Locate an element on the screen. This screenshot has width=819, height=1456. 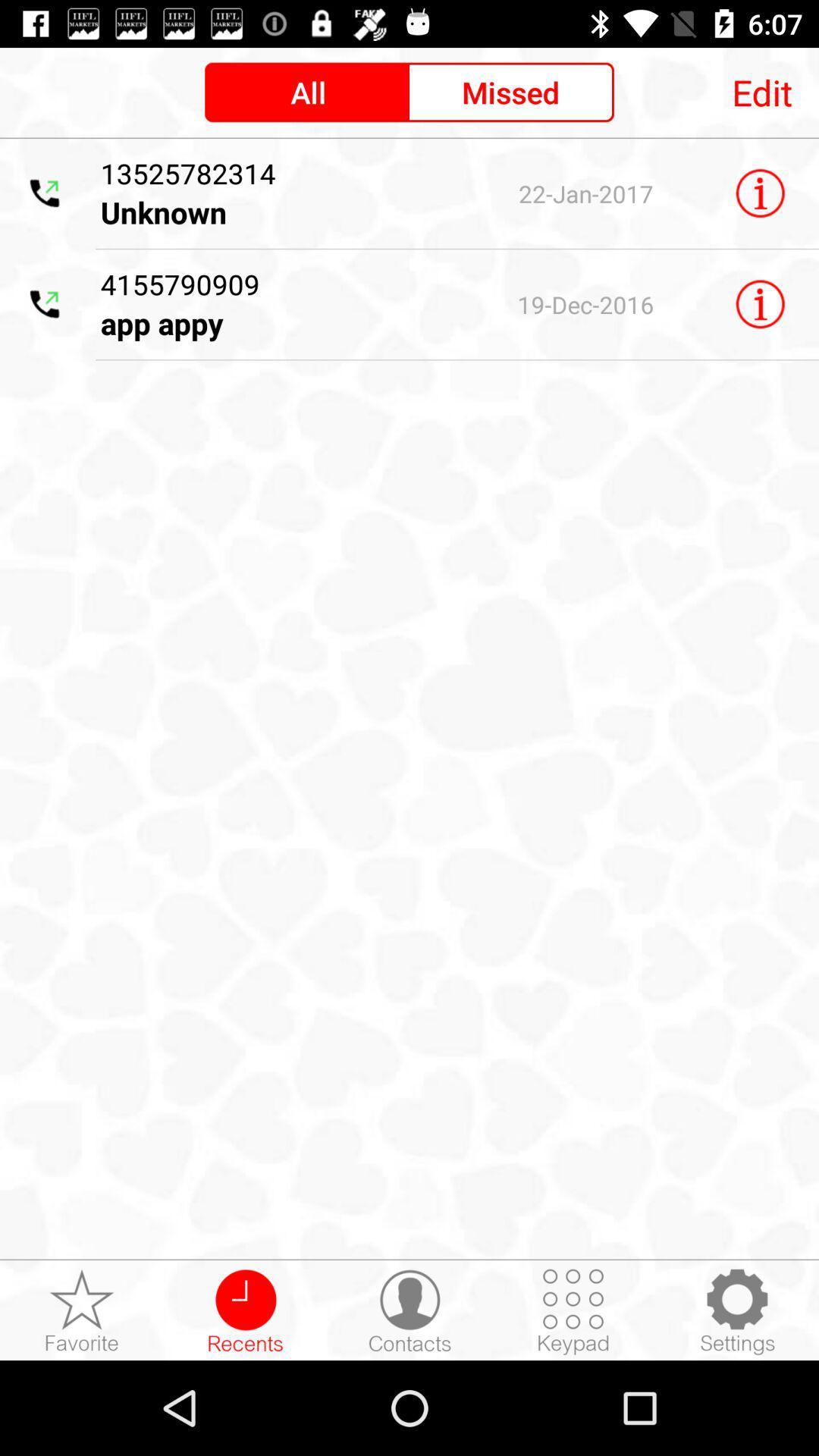
the star icon is located at coordinates (82, 1310).